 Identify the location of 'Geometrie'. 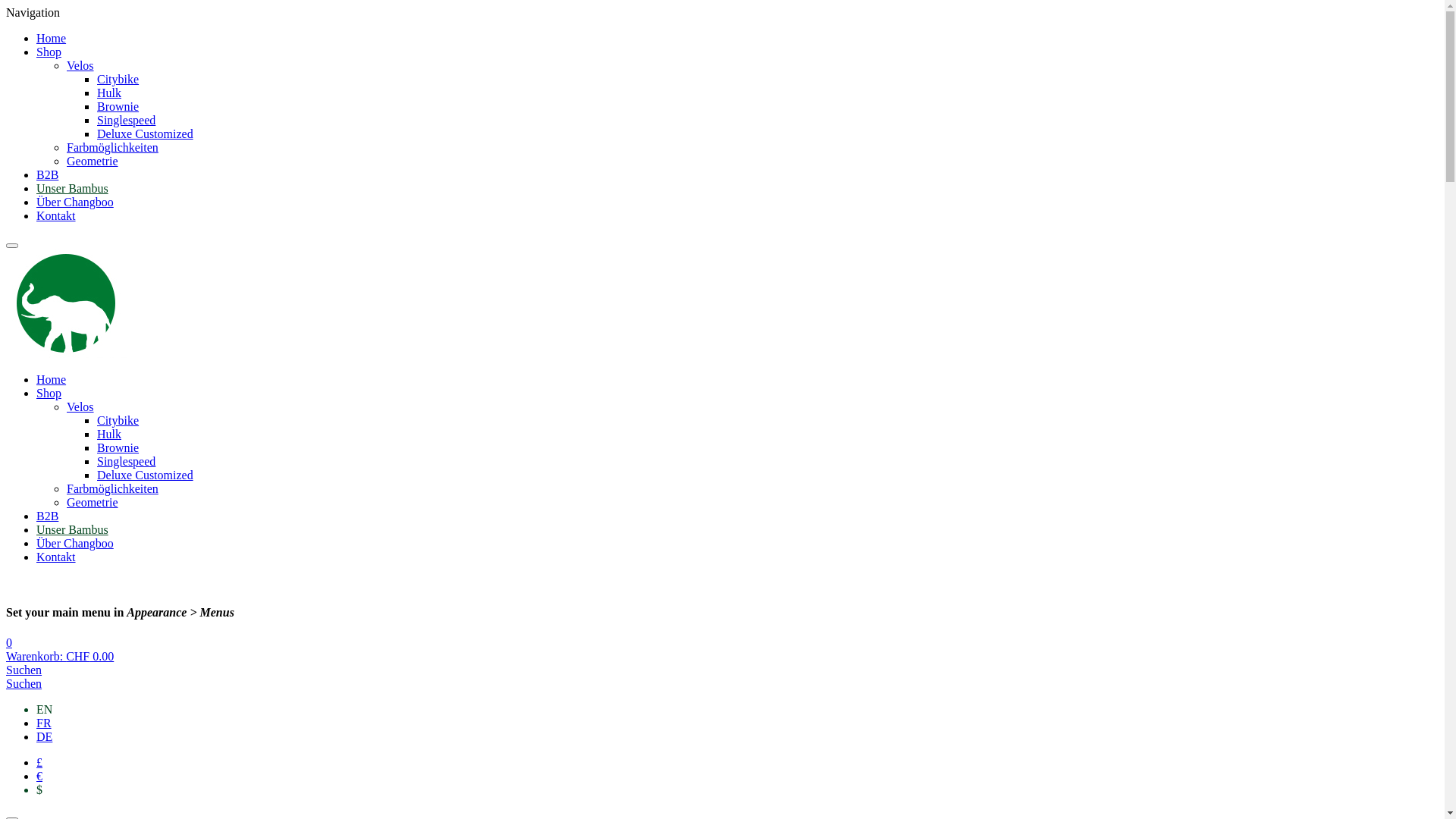
(91, 161).